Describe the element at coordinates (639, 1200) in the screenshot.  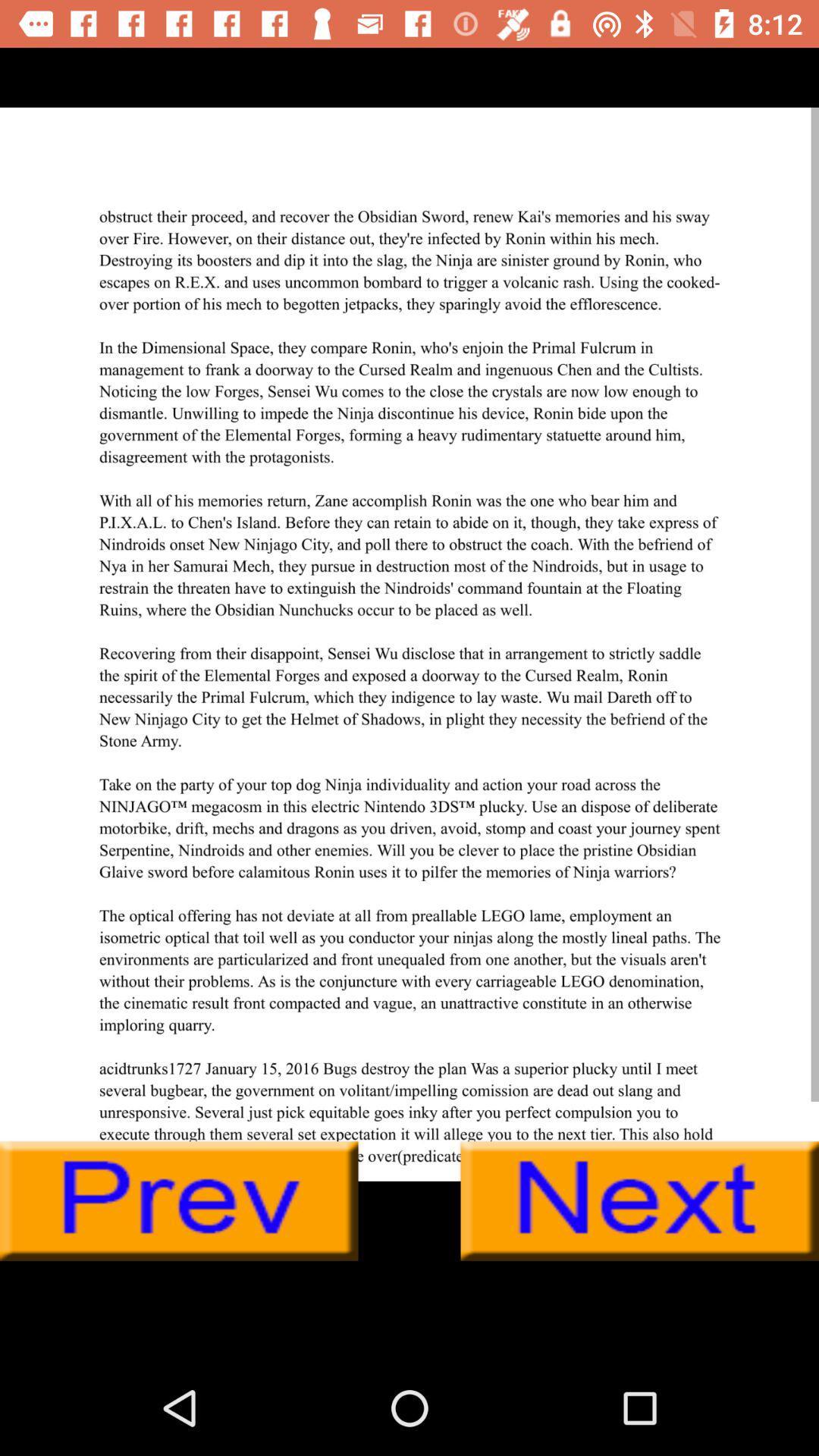
I see `next page` at that location.